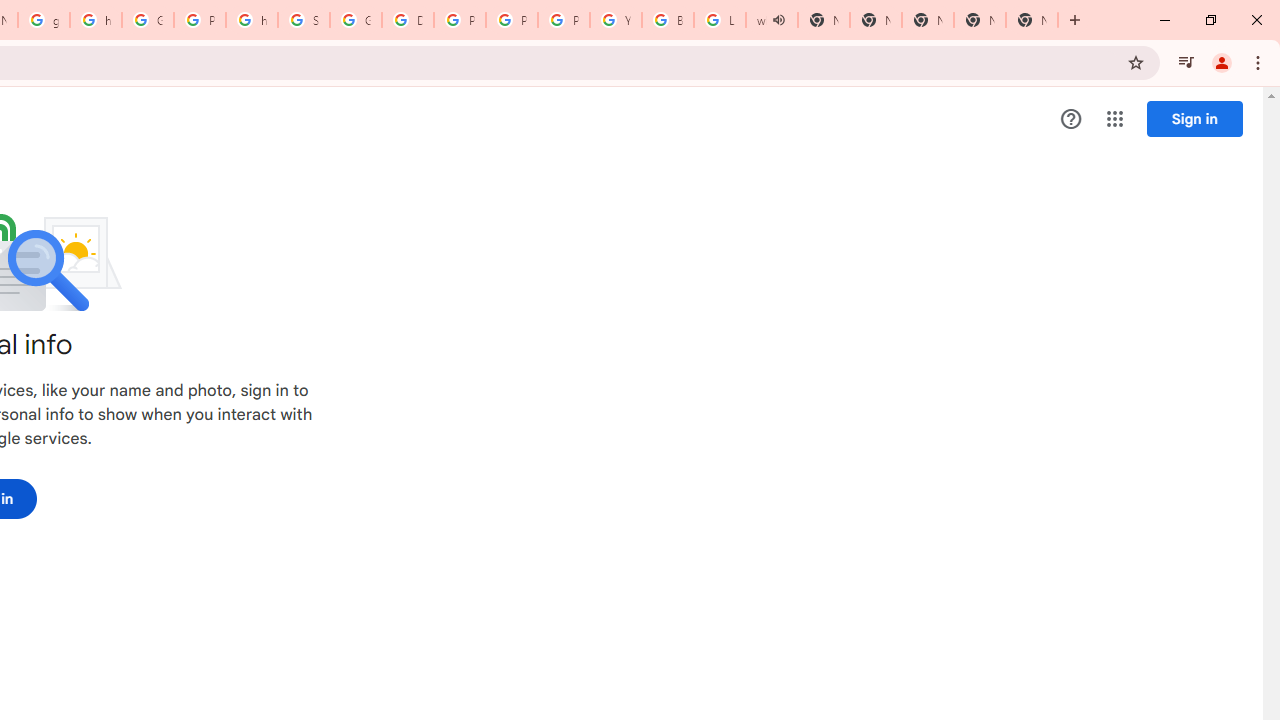 Image resolution: width=1280 pixels, height=720 pixels. What do you see at coordinates (615, 20) in the screenshot?
I see `'YouTube'` at bounding box center [615, 20].